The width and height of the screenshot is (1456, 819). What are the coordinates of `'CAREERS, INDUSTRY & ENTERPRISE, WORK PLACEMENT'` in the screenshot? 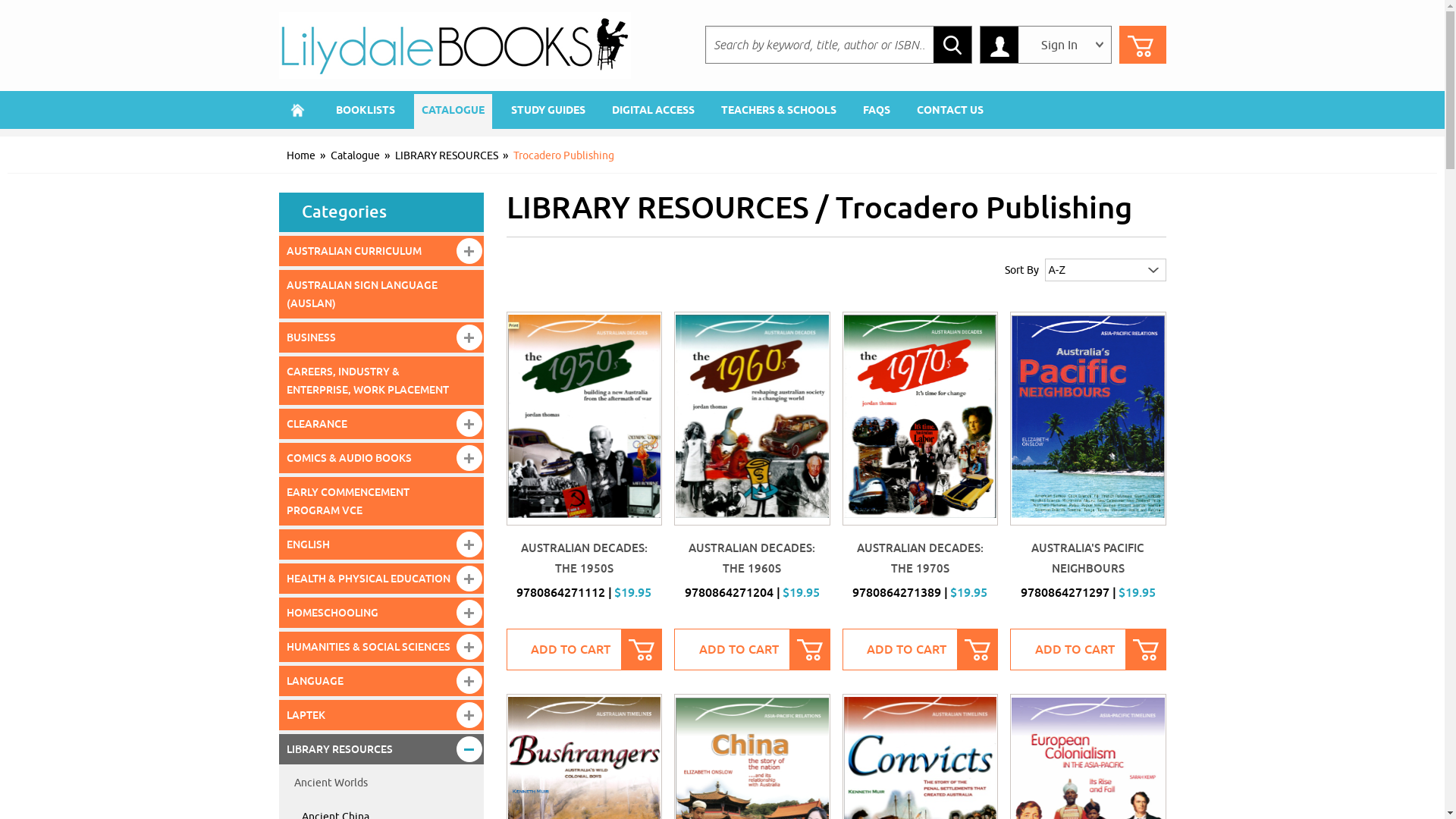 It's located at (381, 379).